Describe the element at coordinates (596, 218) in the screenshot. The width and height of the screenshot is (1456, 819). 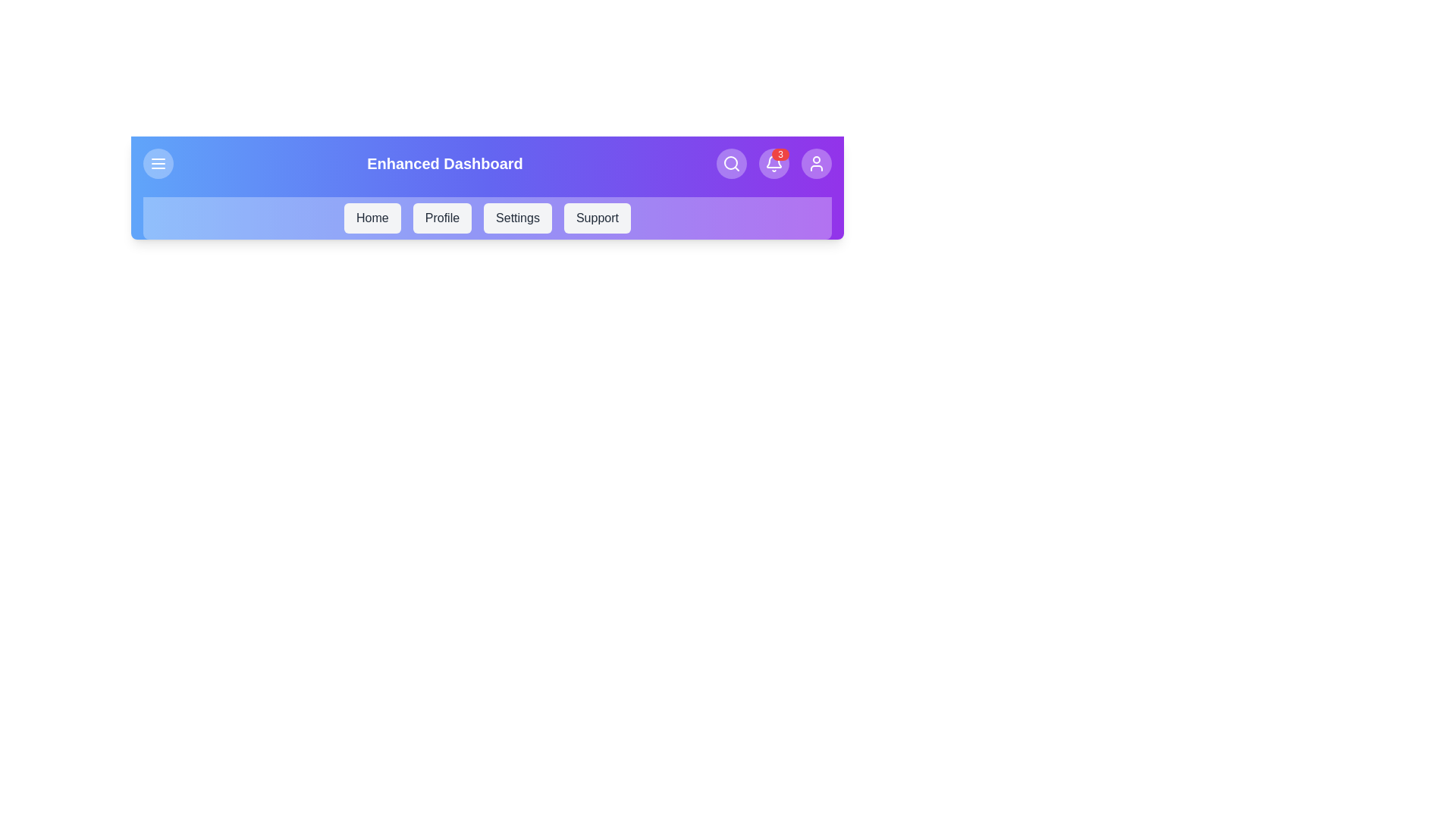
I see `the menu item labeled Support` at that location.